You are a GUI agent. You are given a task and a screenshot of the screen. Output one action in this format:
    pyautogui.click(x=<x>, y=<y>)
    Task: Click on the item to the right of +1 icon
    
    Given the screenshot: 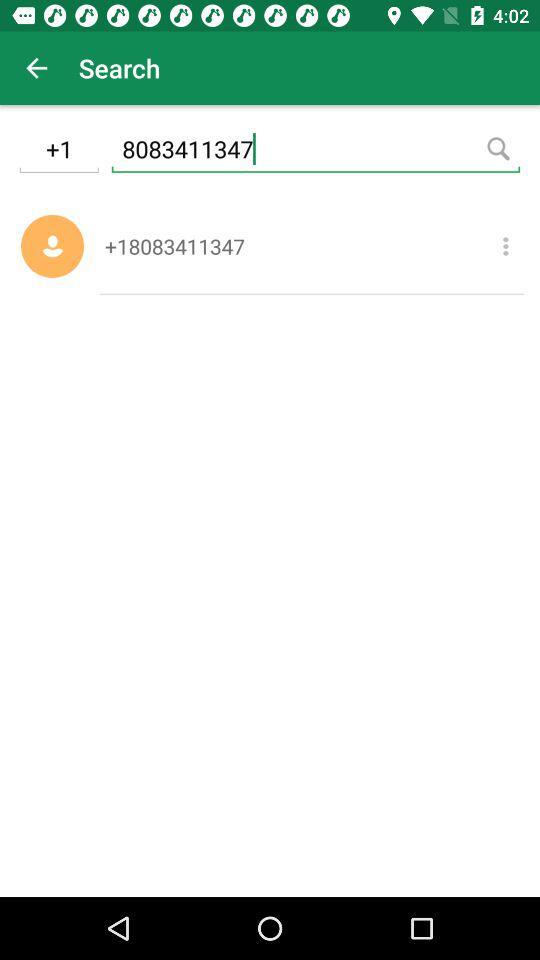 What is the action you would take?
    pyautogui.click(x=315, y=151)
    